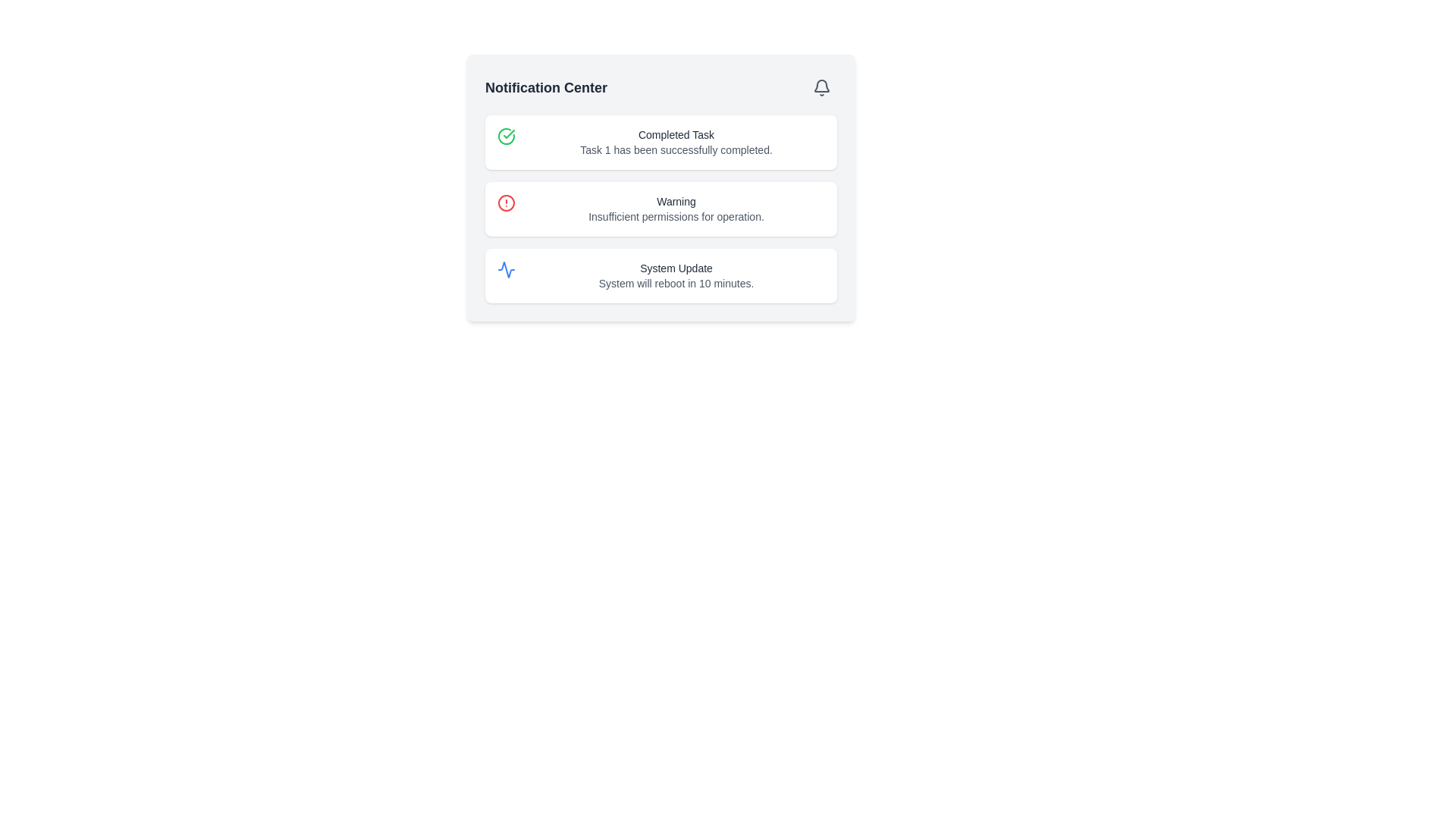 The image size is (1456, 819). I want to click on the notification icon button located in the top-right corner of the 'Notification Center' card, so click(821, 87).